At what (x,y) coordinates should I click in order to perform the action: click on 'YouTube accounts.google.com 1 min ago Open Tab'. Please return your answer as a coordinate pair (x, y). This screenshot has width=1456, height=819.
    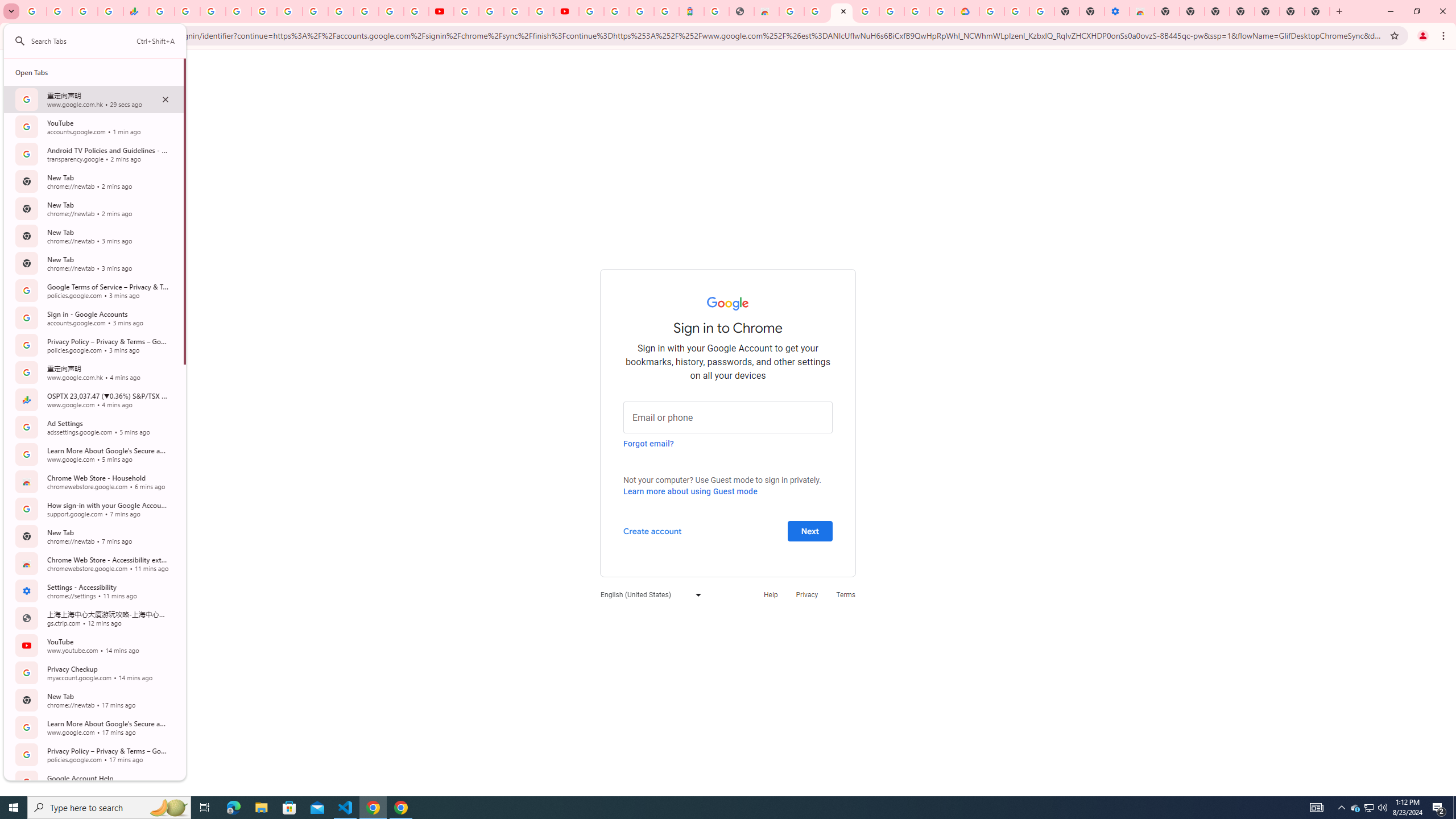
    Looking at the image, I should click on (93, 126).